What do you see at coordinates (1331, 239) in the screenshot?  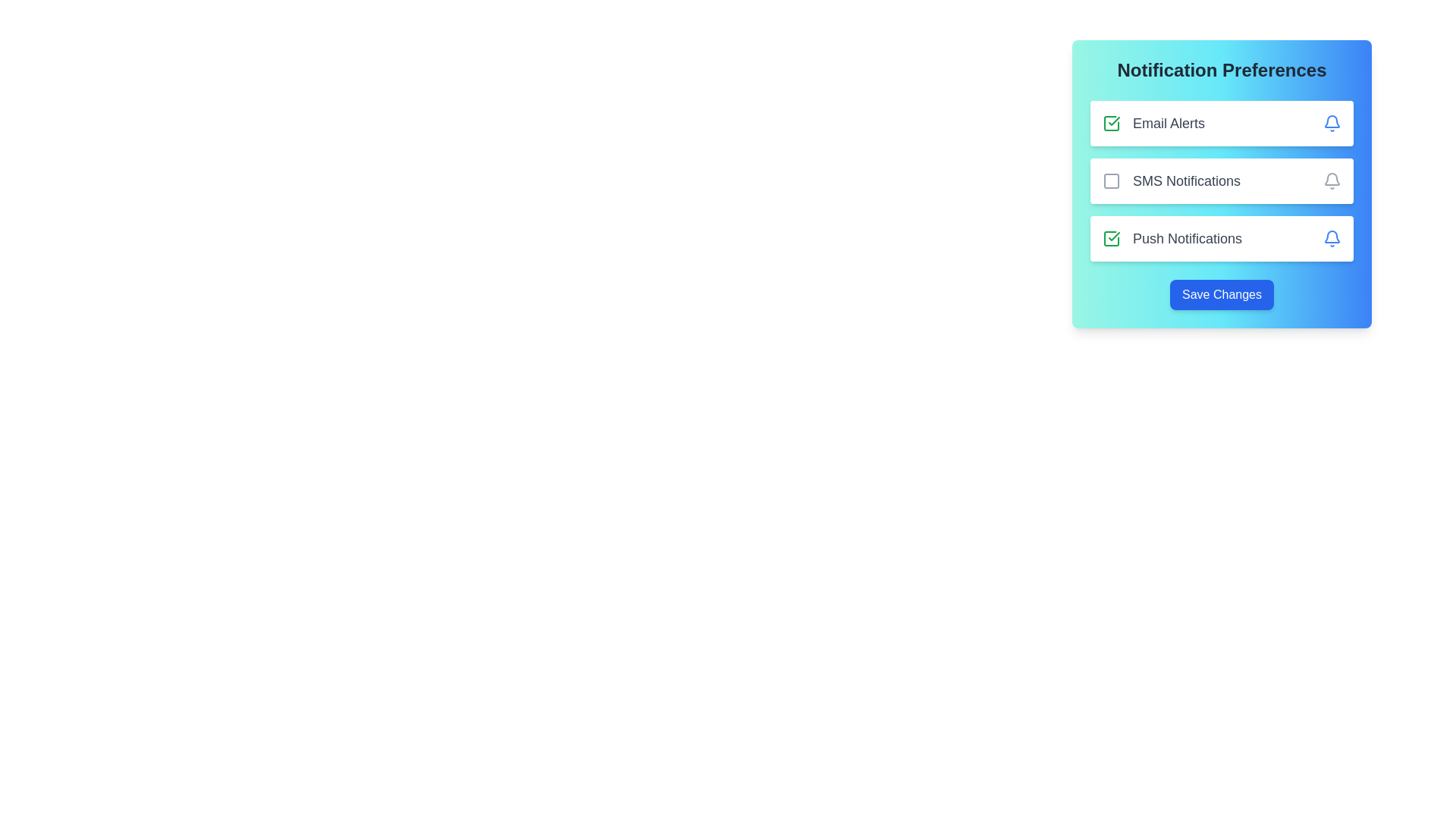 I see `the blue bell icon located on the rightmost side of the 'Push Notifications' section` at bounding box center [1331, 239].